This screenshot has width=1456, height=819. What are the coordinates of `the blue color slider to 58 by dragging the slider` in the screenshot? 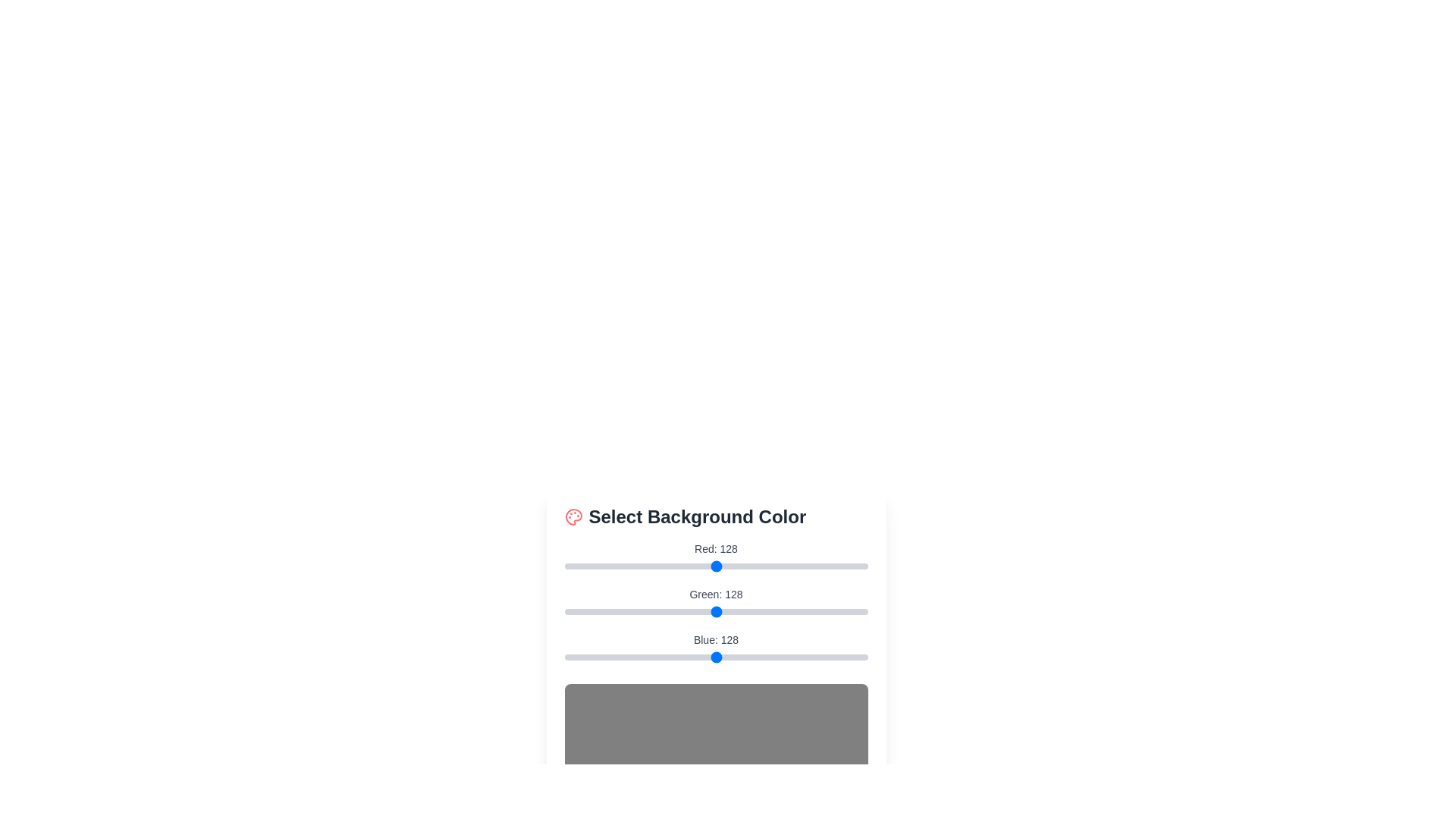 It's located at (633, 657).